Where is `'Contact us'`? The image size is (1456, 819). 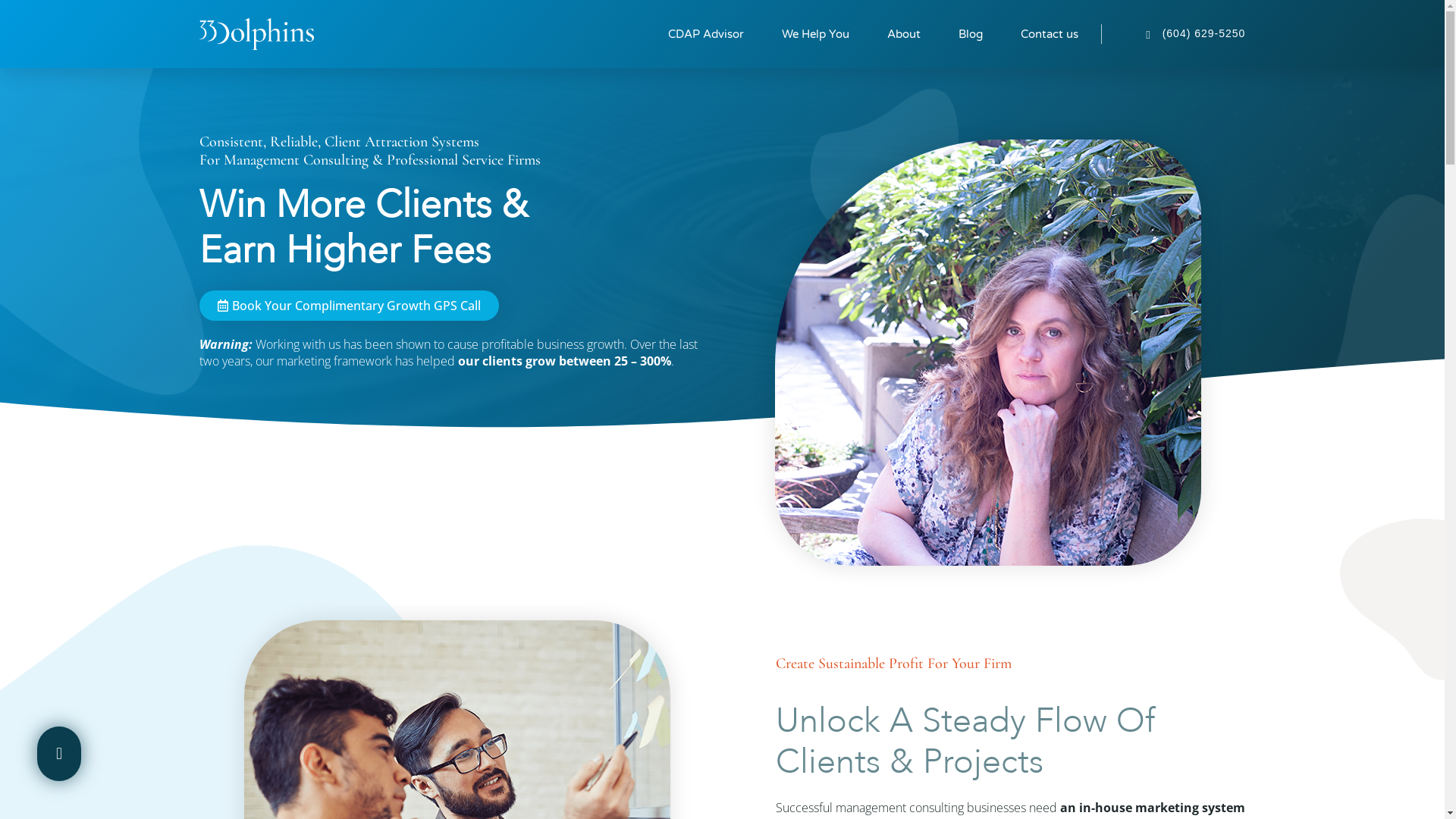 'Contact us' is located at coordinates (1048, 34).